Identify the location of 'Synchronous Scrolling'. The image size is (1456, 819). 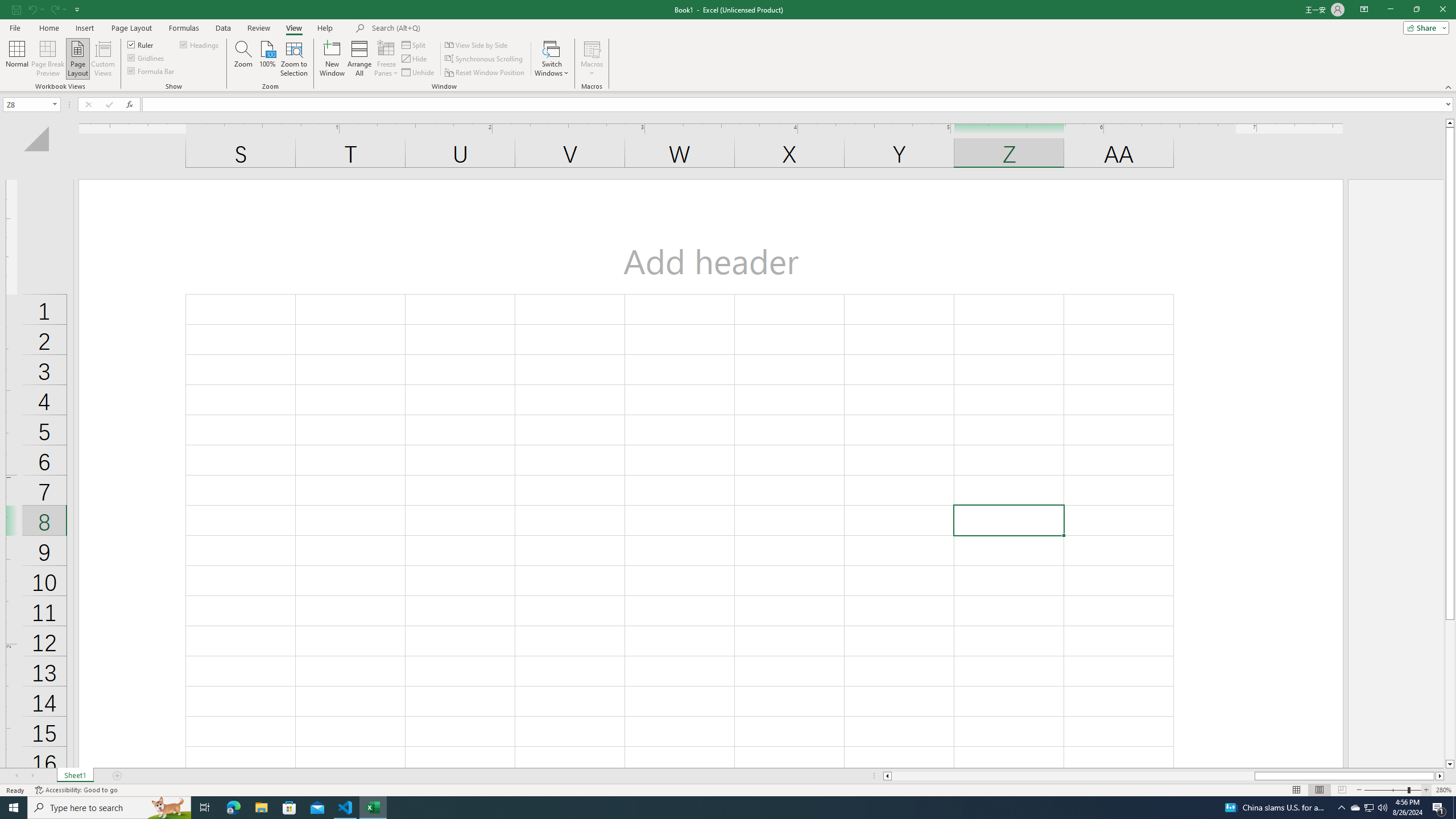
(484, 59).